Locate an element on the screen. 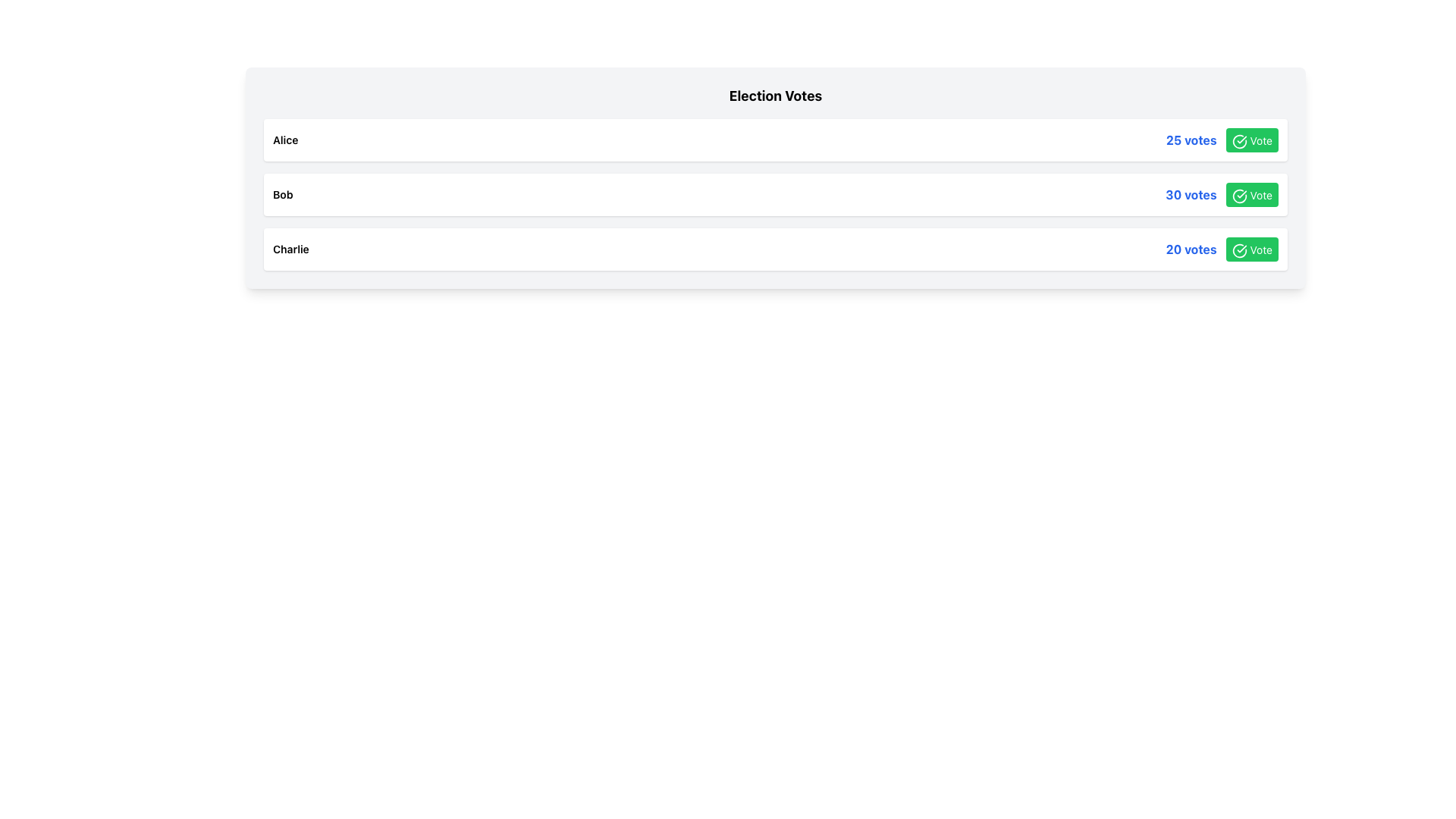  the text label displaying the current count of votes, which is located to the left of the 'Vote' button in the second row of the list is located at coordinates (1190, 194).